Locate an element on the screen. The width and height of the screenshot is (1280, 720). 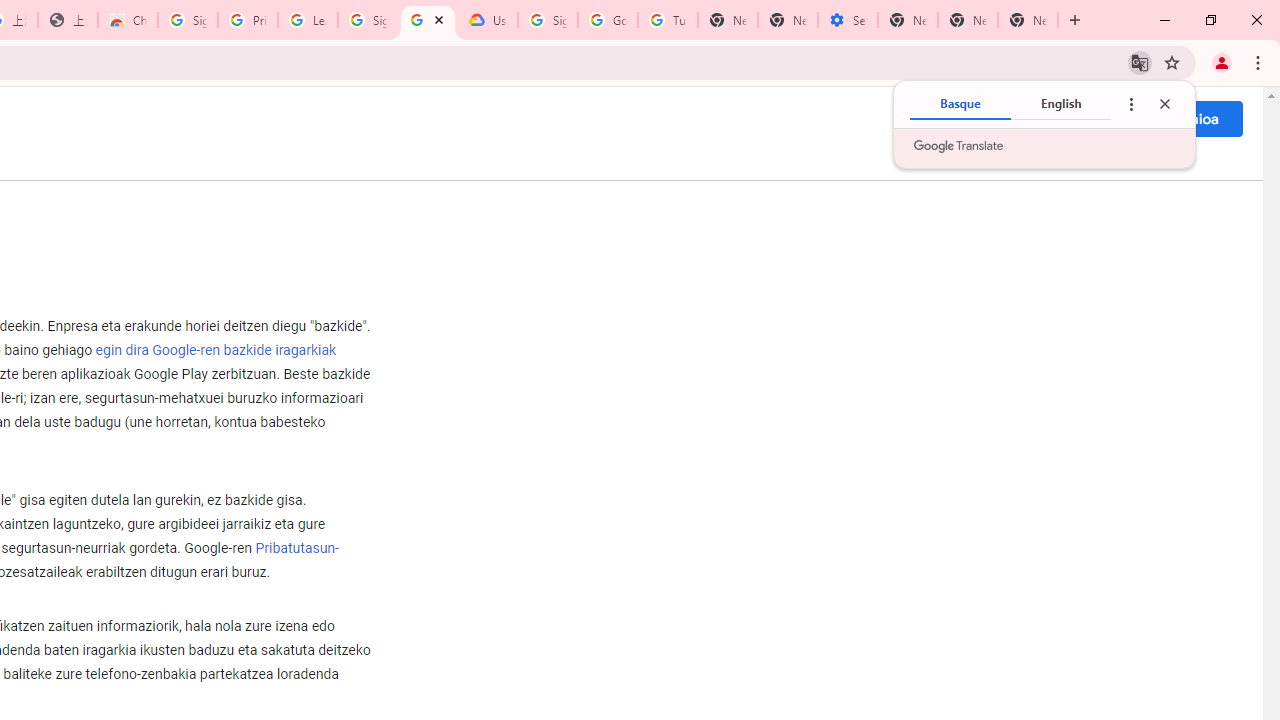
'Sign in - Google Accounts' is located at coordinates (187, 20).